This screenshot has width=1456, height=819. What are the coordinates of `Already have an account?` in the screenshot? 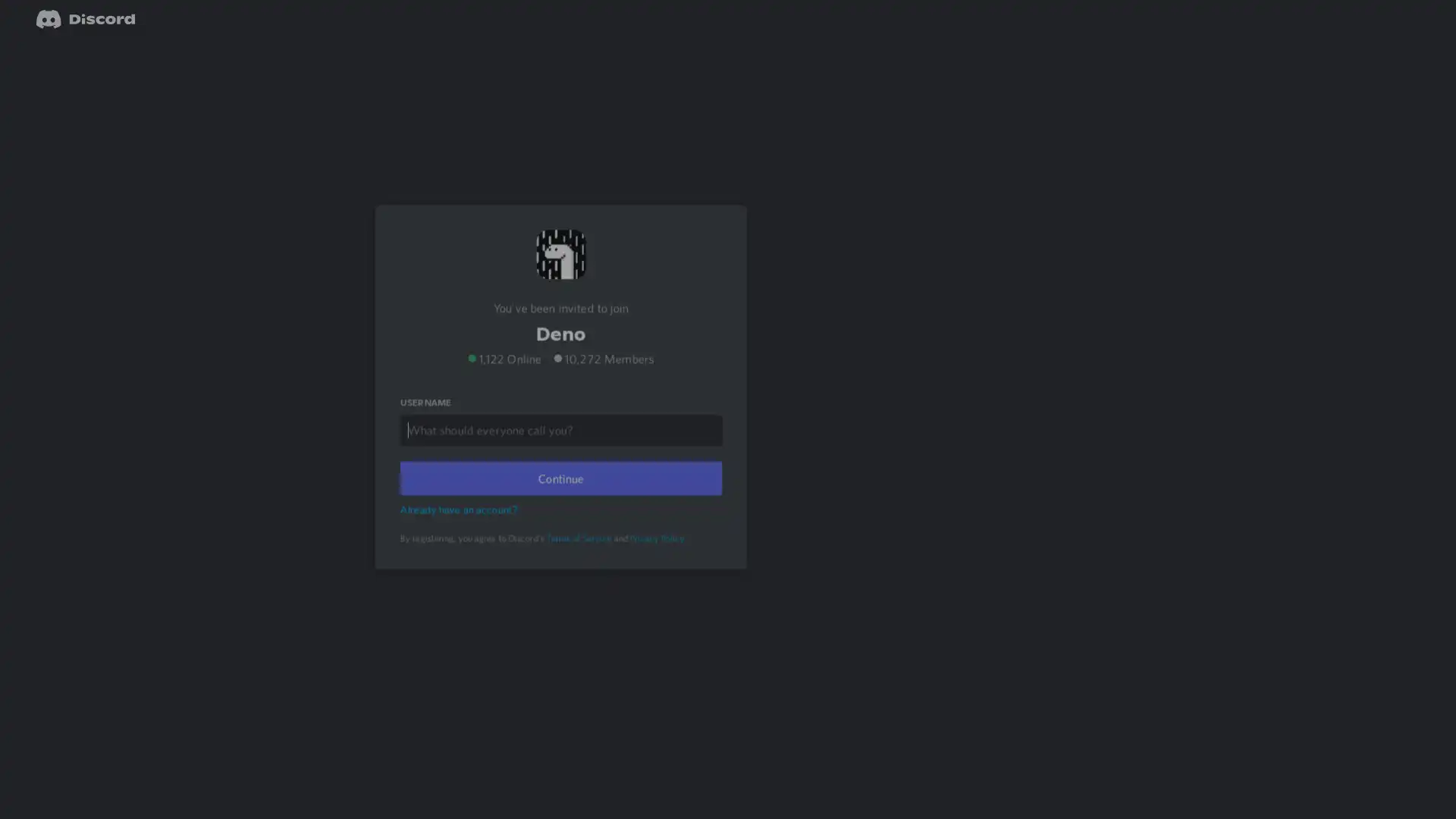 It's located at (460, 528).